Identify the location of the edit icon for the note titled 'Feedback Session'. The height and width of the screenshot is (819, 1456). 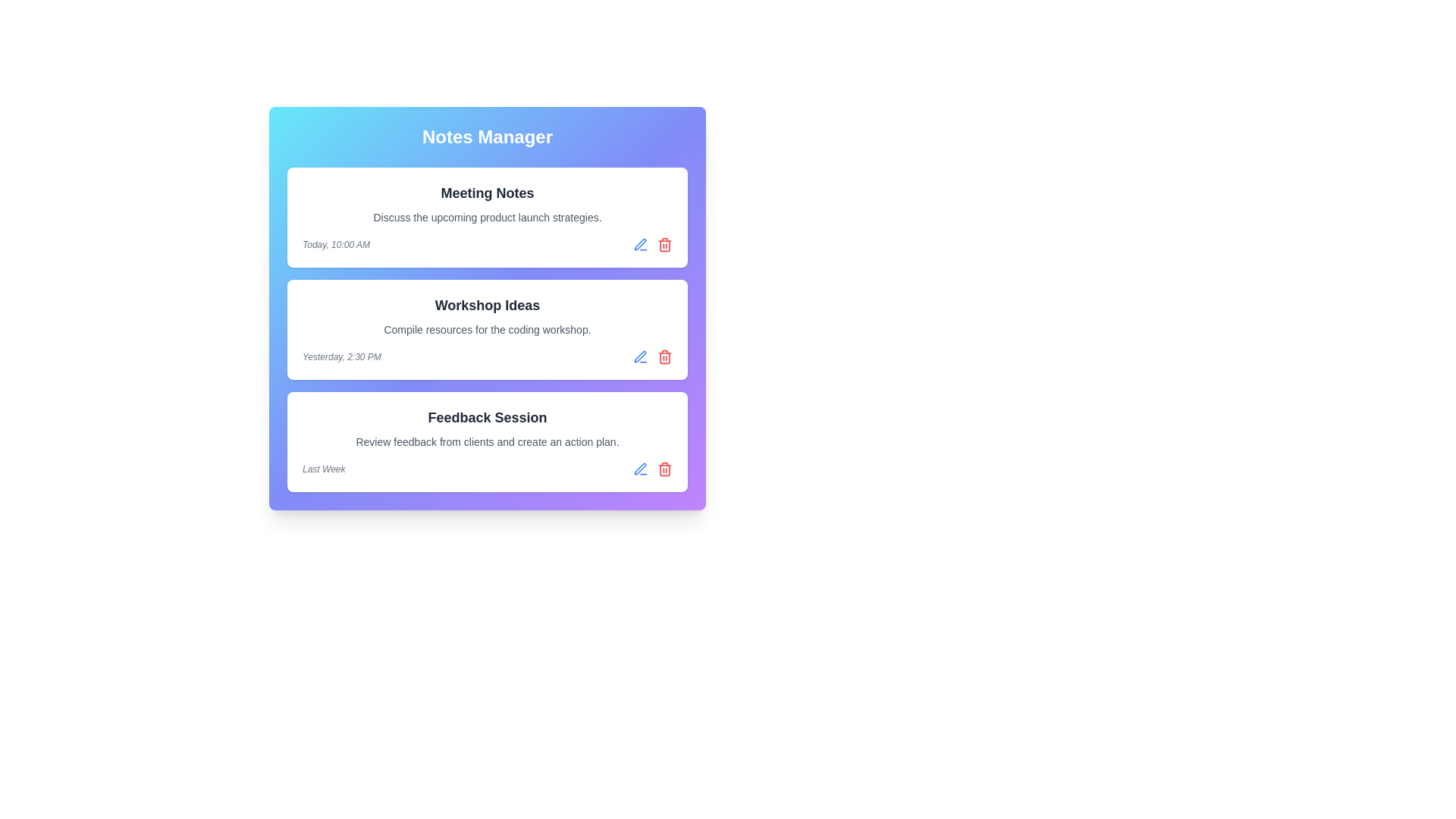
(640, 468).